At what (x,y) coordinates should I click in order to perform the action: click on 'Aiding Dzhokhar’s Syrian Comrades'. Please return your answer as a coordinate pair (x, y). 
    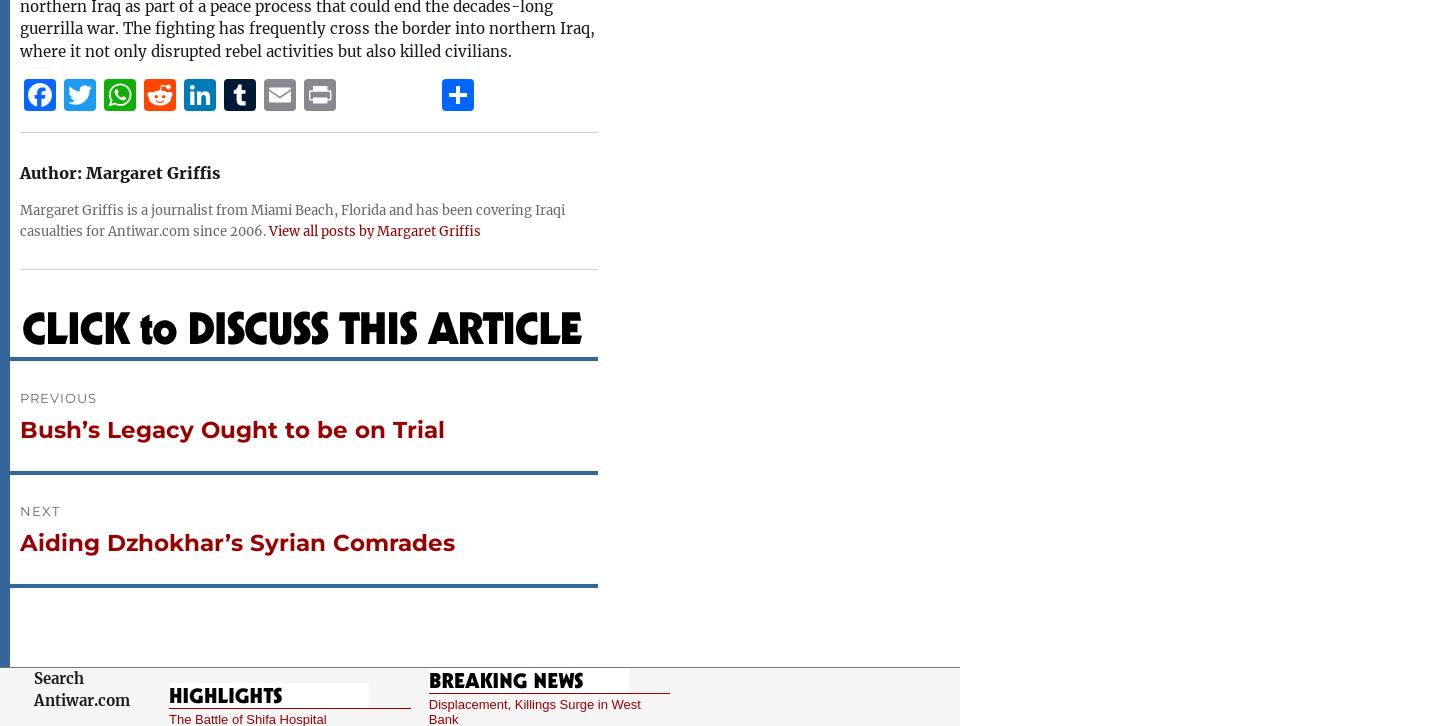
    Looking at the image, I should click on (19, 542).